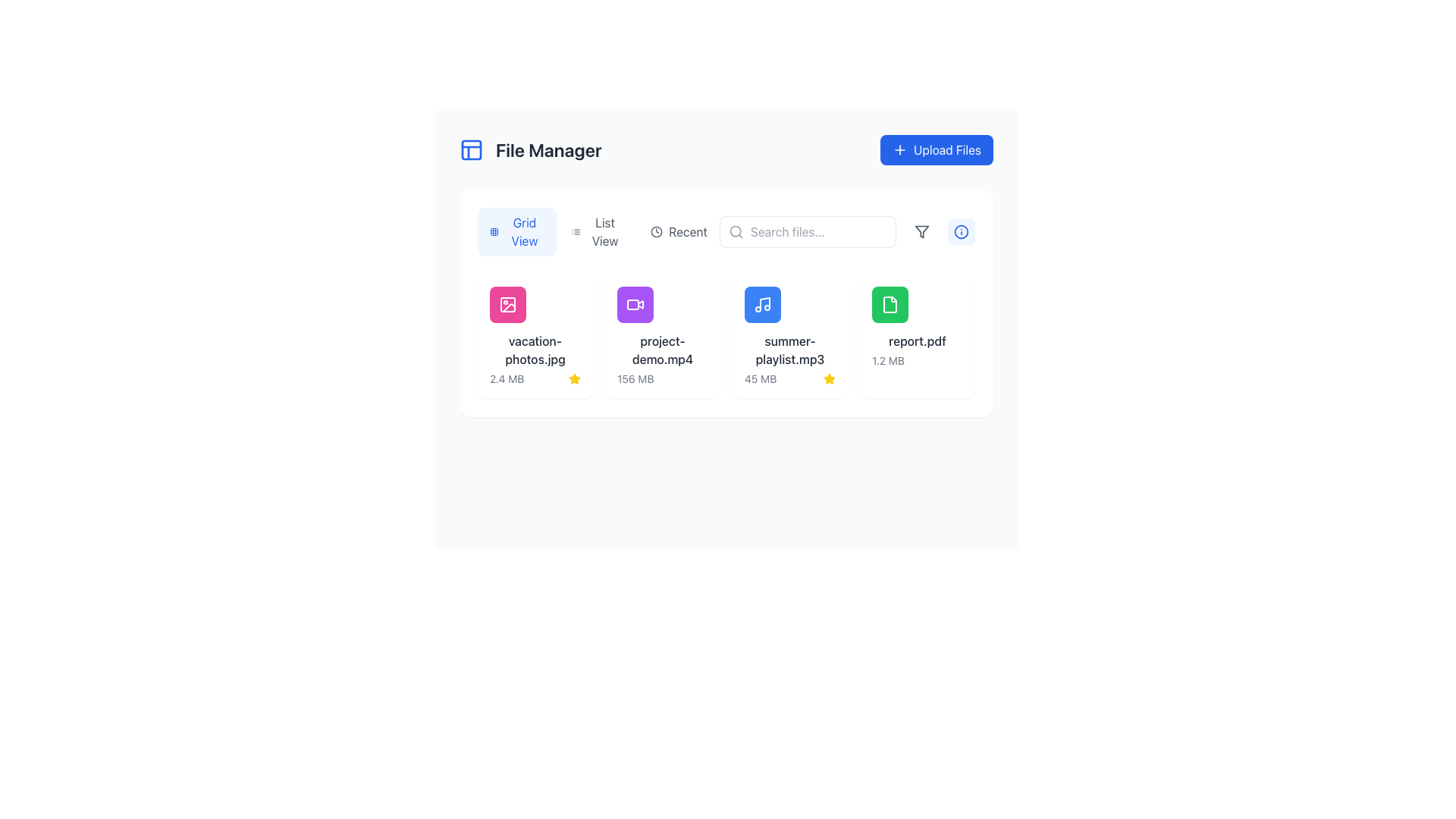 This screenshot has width=1456, height=819. Describe the element at coordinates (763, 304) in the screenshot. I see `the audio file icon labeled 'summer-playlist.mp3' located within the third card of the file manager interface` at that location.